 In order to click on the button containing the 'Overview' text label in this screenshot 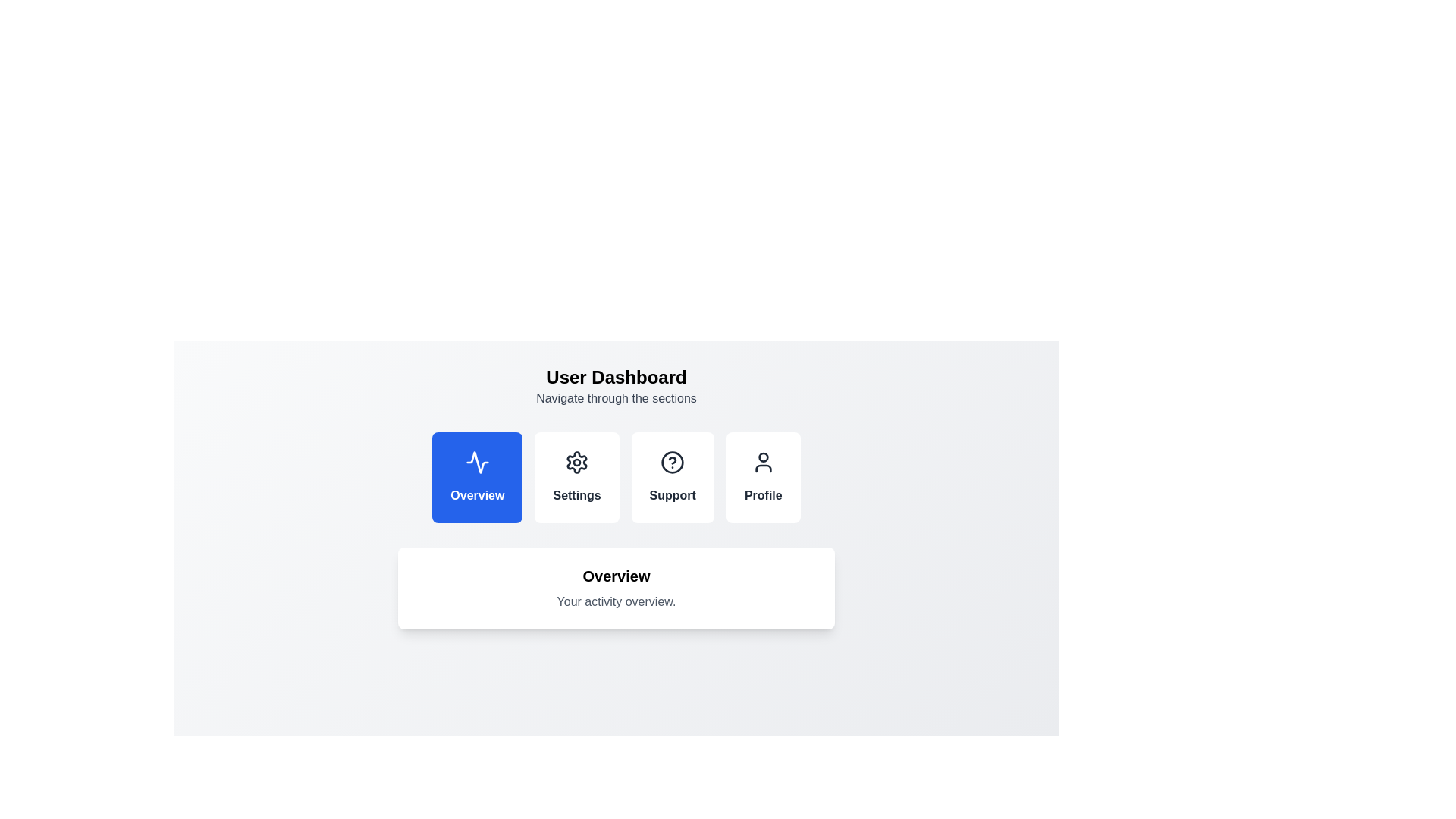, I will do `click(476, 496)`.